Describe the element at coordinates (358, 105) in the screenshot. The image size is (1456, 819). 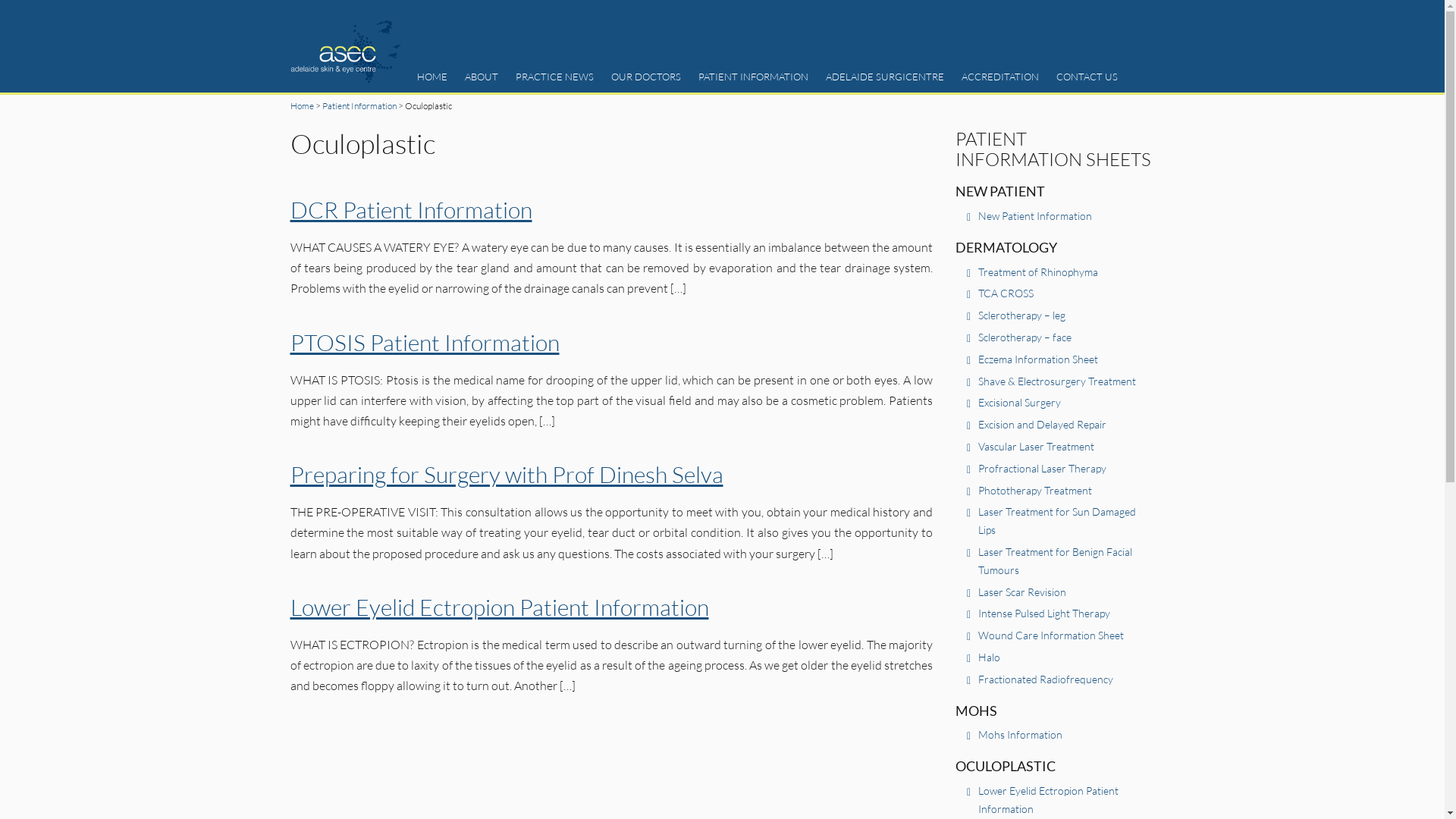
I see `'Patient Information'` at that location.